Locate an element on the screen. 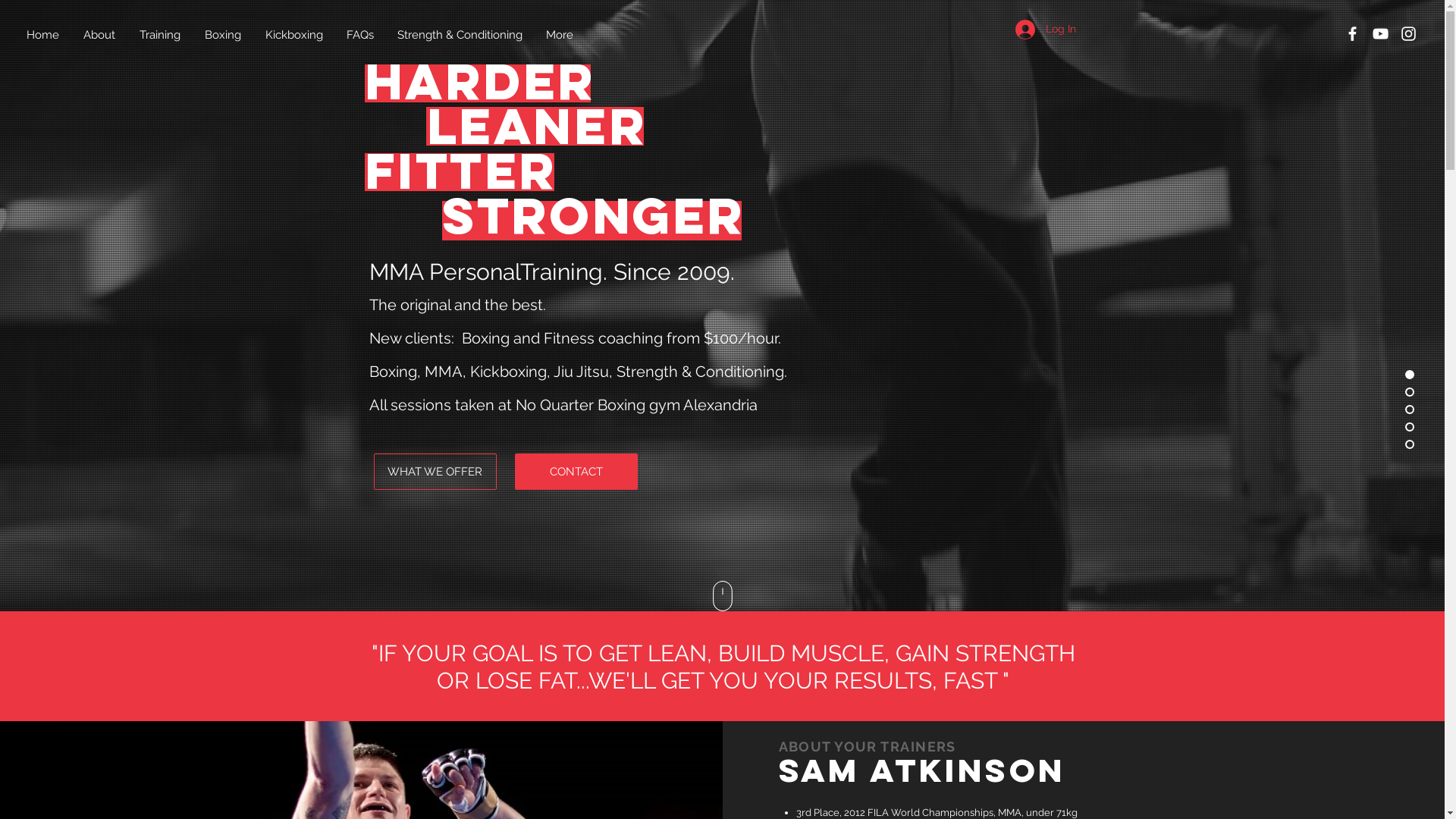  'CONTACT' is located at coordinates (574, 470).